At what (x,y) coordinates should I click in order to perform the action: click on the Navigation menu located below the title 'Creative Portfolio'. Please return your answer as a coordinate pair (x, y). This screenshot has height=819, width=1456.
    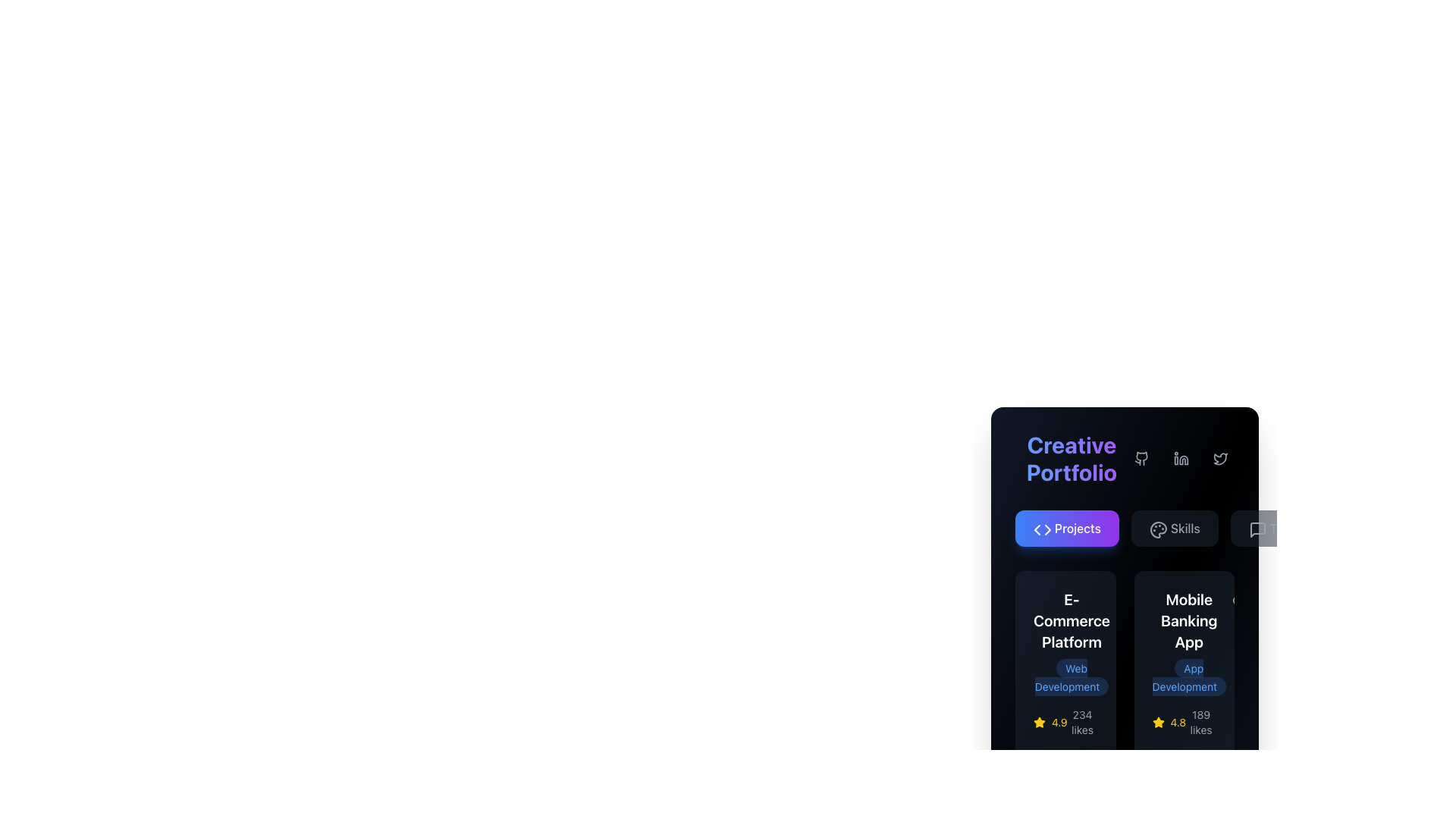
    Looking at the image, I should click on (1125, 528).